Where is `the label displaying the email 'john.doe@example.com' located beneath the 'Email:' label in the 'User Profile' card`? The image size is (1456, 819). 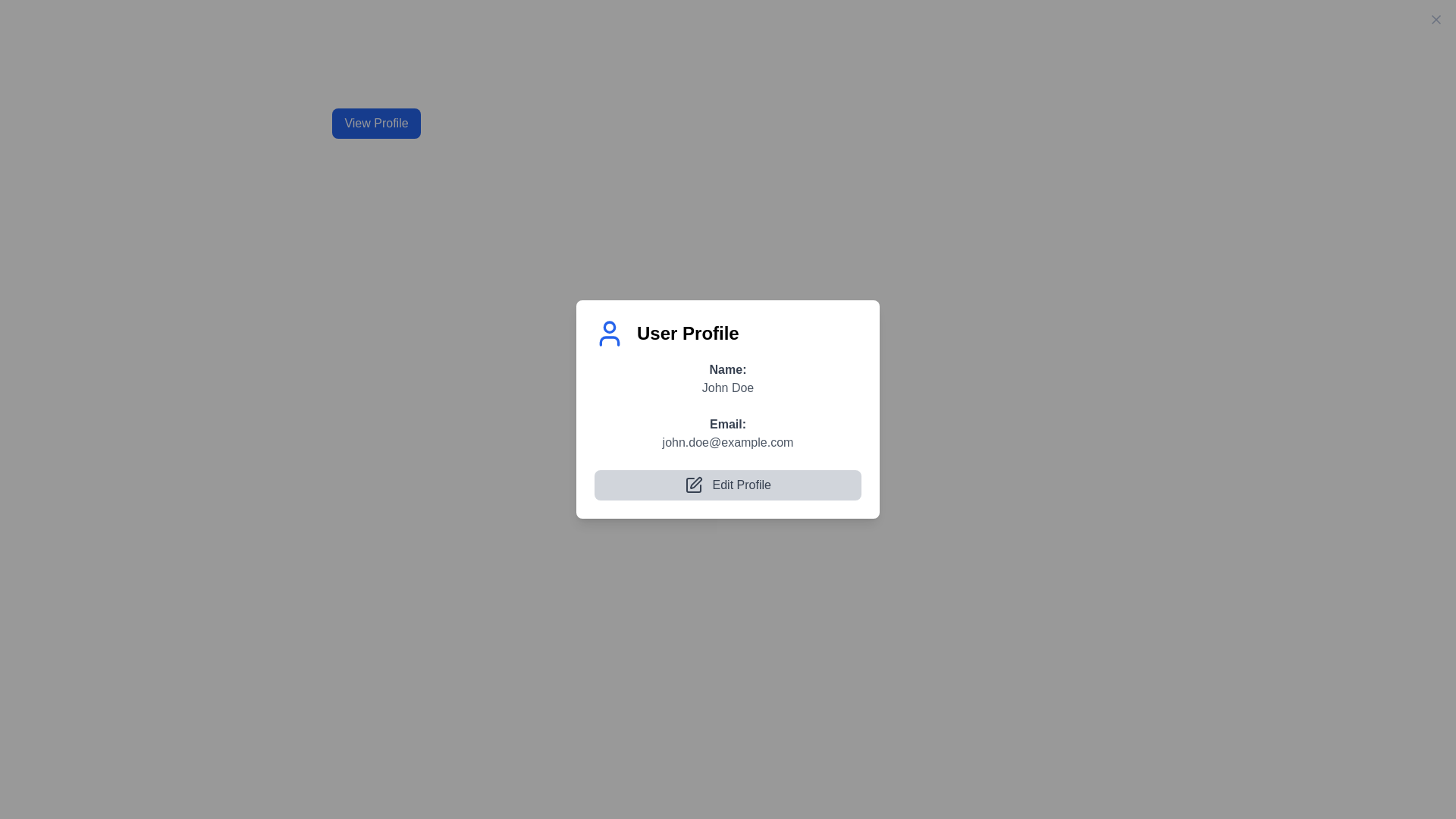
the label displaying the email 'john.doe@example.com' located beneath the 'Email:' label in the 'User Profile' card is located at coordinates (728, 441).